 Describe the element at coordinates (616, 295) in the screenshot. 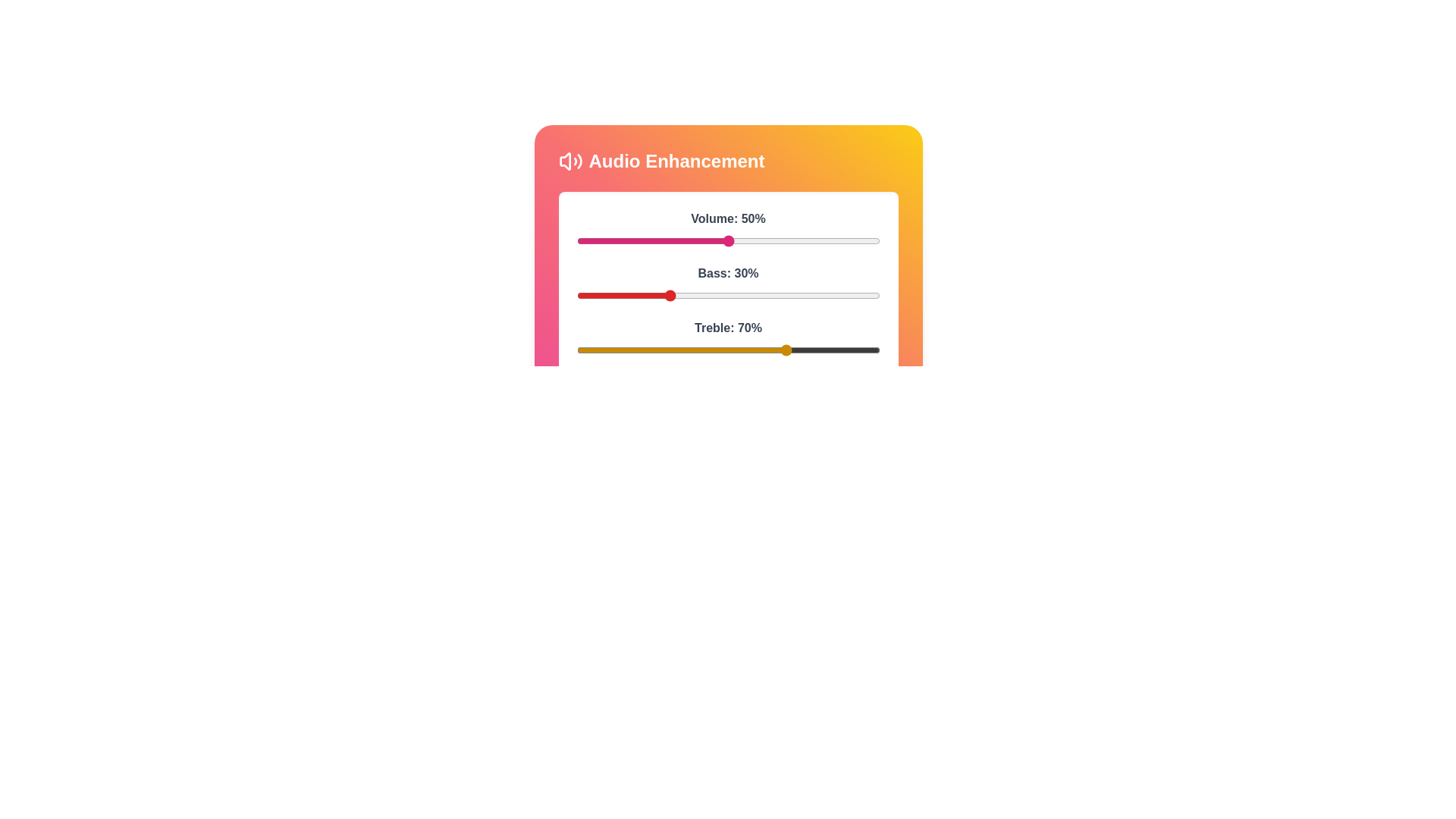

I see `the bass level` at that location.